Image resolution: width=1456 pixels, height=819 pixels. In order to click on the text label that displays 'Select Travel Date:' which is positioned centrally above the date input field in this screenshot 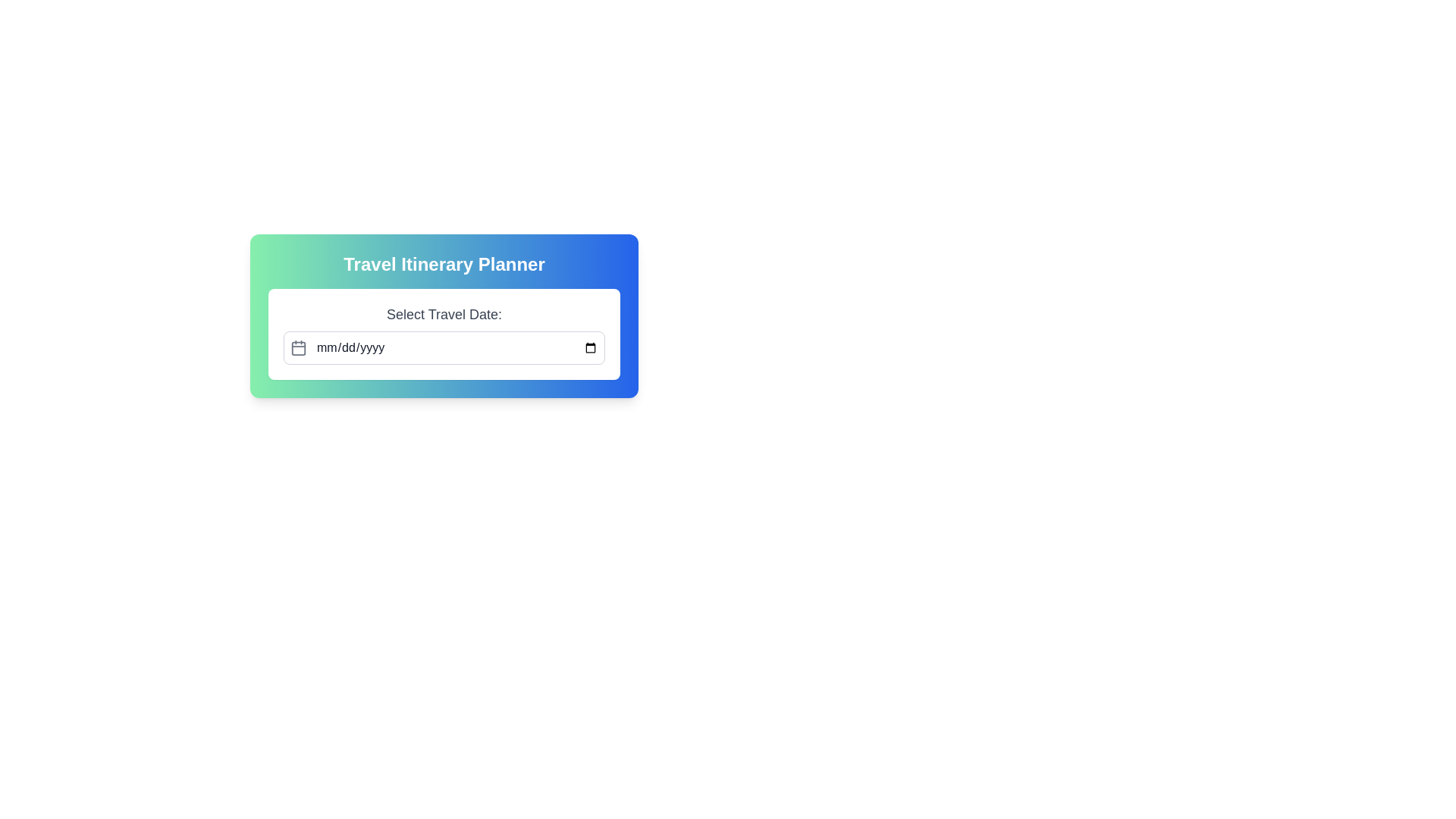, I will do `click(443, 314)`.